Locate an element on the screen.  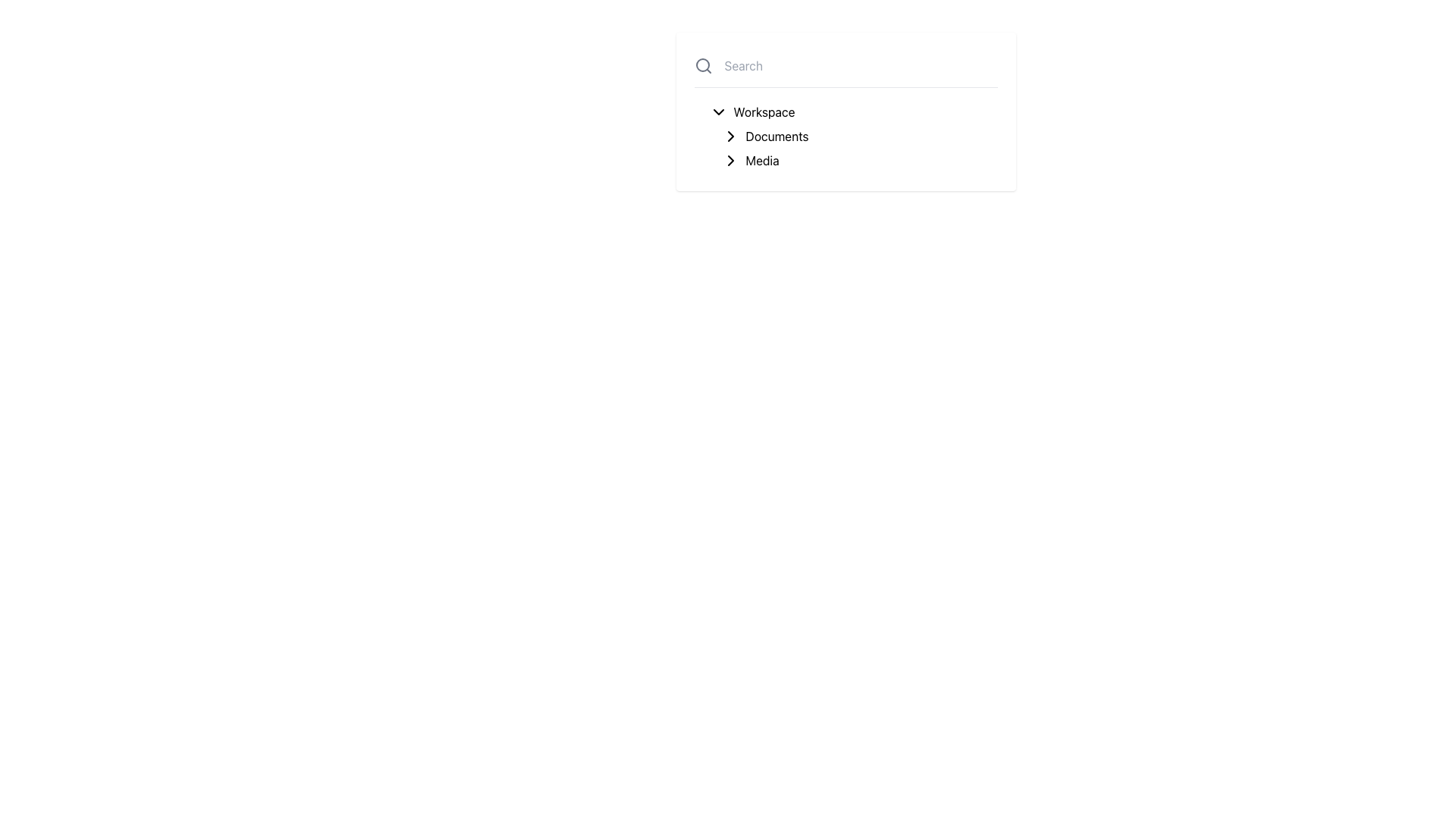
the navigation icon for the 'Media' section in the sidebar menu is located at coordinates (730, 161).